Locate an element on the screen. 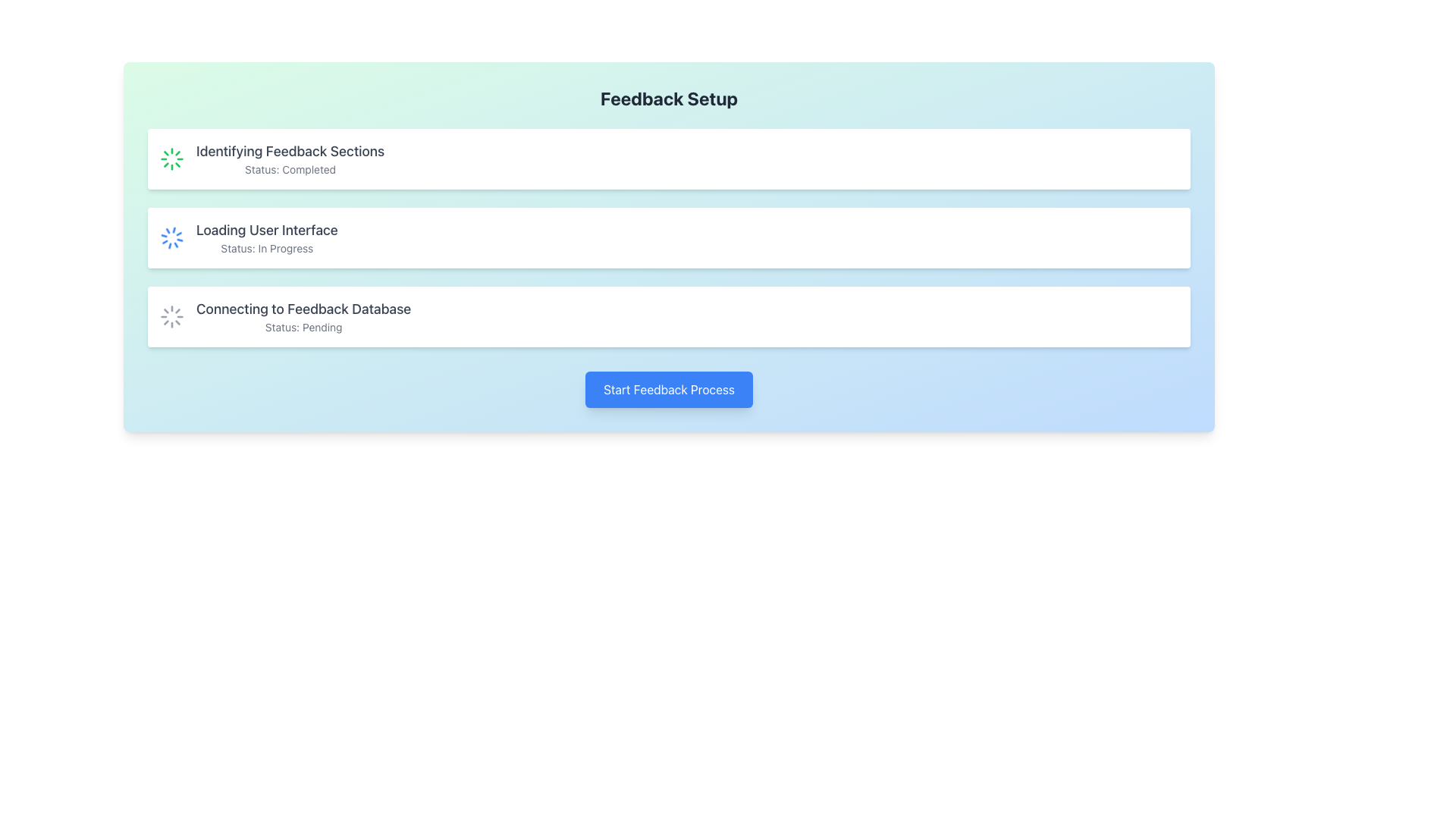 This screenshot has width=1456, height=819. the Text label indicating the current status of the associated task or process within the 'Connecting to Feedback Database' card, located below its primary heading is located at coordinates (303, 327).